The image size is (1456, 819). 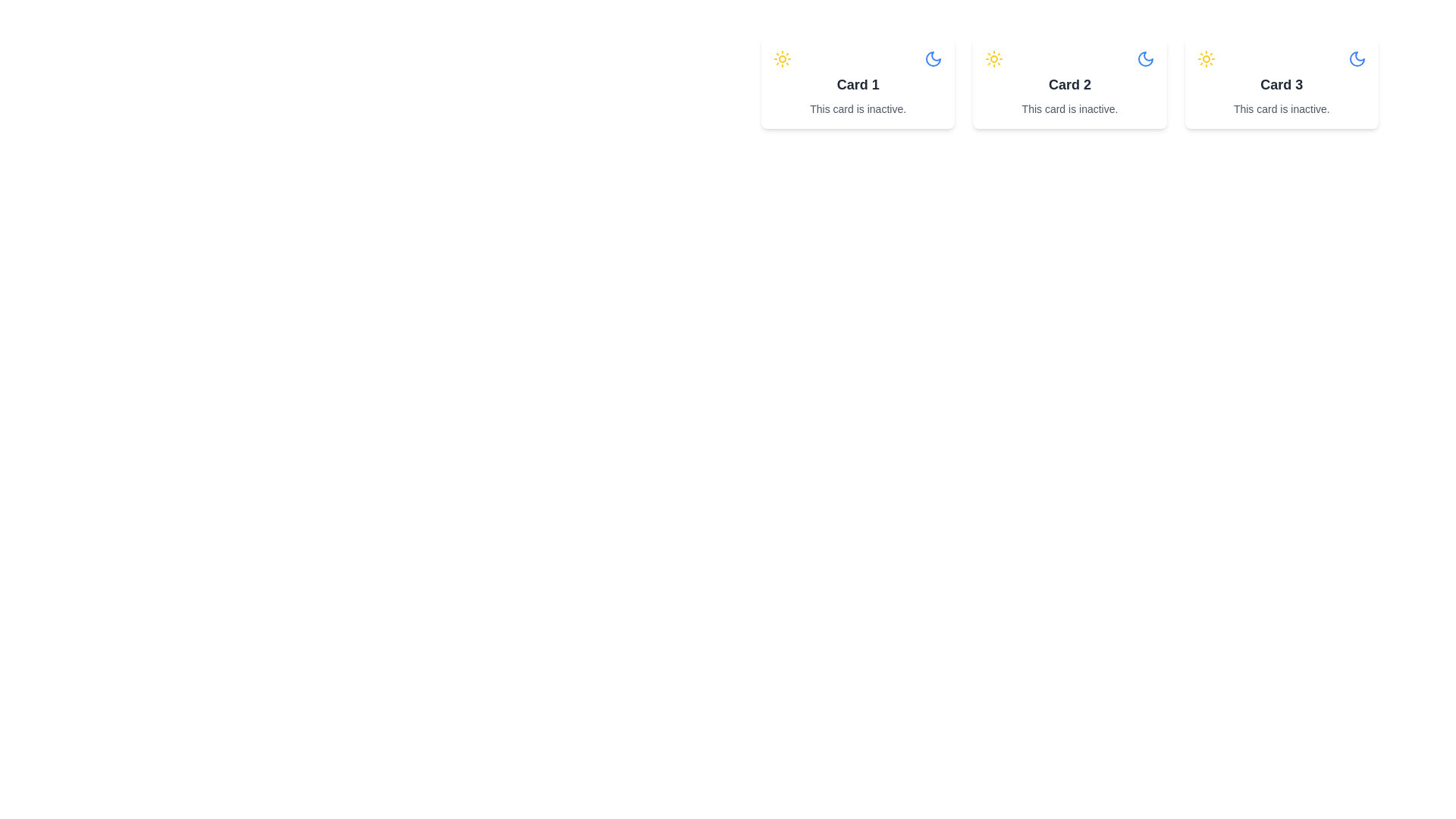 What do you see at coordinates (1205, 58) in the screenshot?
I see `the sunny icon located in the top left area inside 'Card 3' for additional information` at bounding box center [1205, 58].